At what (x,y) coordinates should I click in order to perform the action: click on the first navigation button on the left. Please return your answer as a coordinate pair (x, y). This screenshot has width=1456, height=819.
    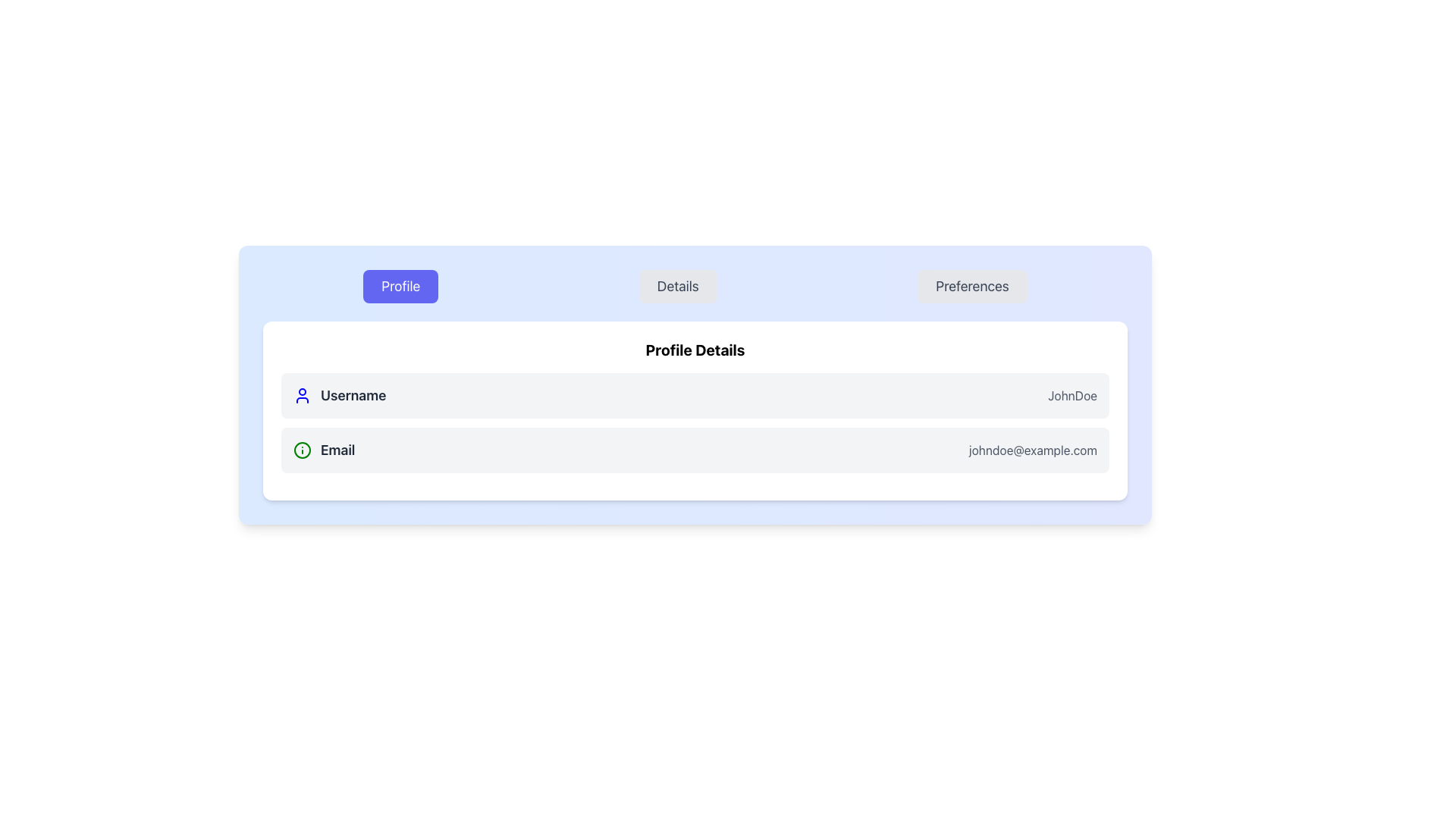
    Looking at the image, I should click on (400, 287).